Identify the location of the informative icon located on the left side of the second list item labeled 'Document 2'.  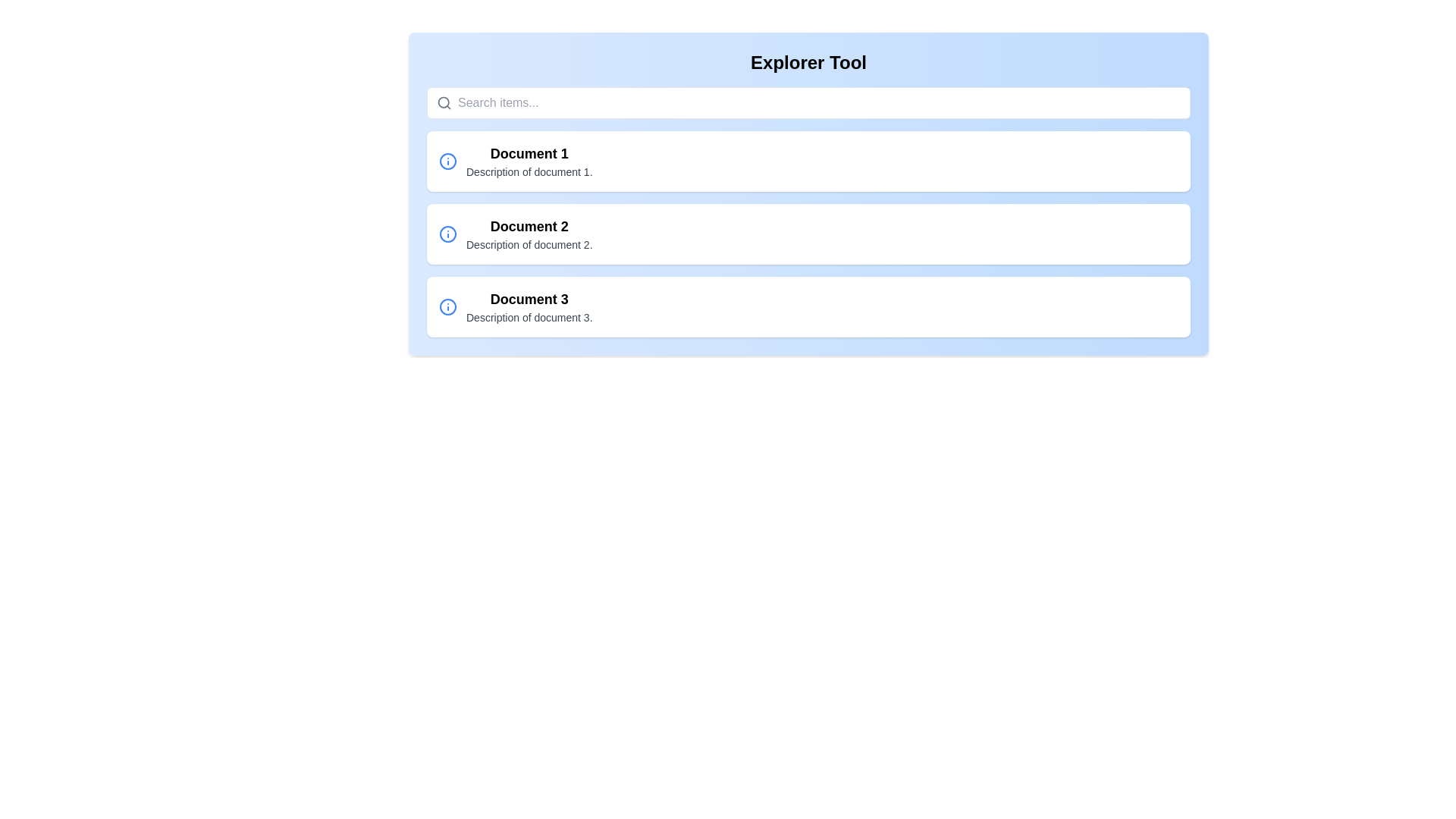
(447, 234).